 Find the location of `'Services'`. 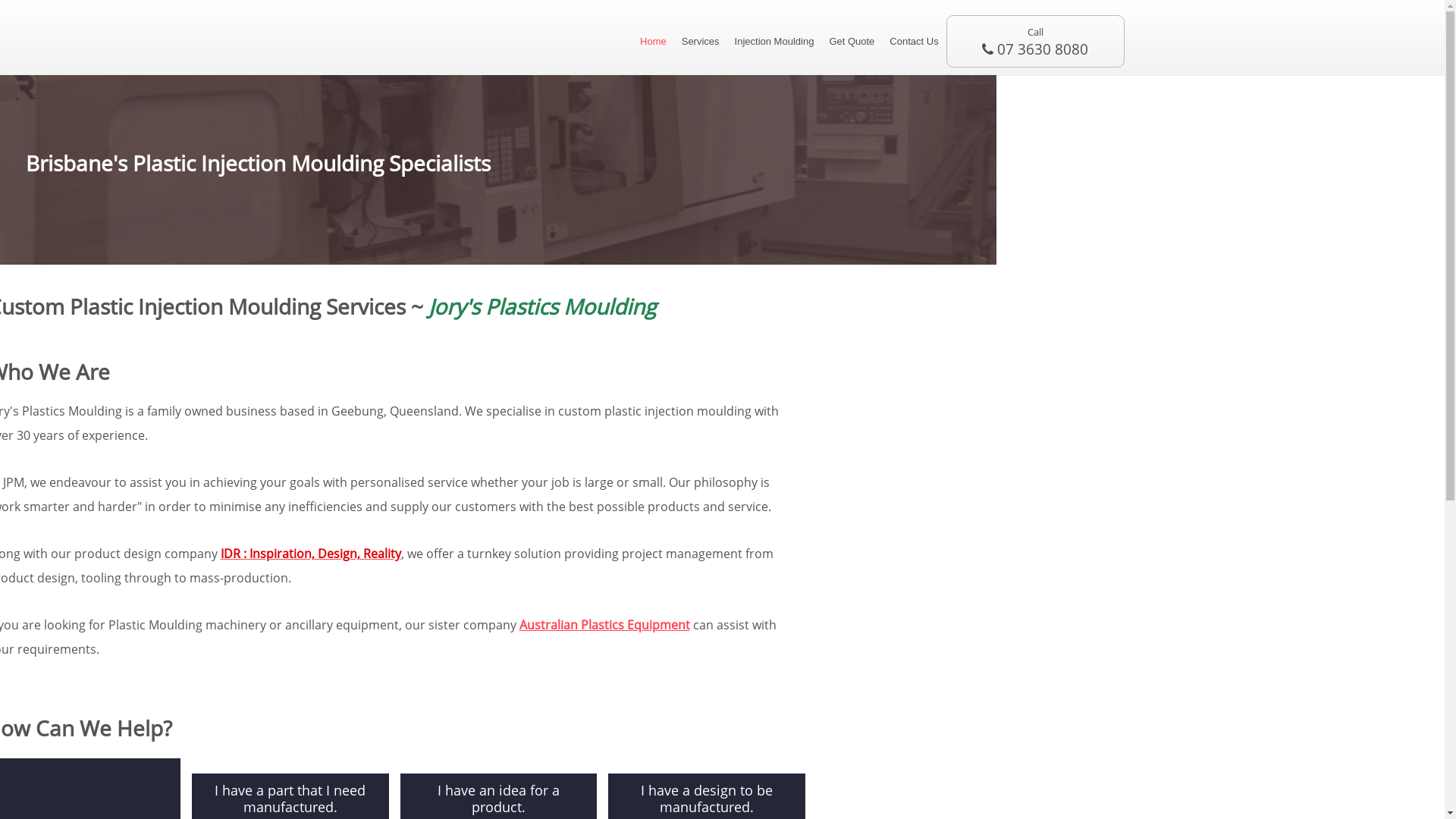

'Services' is located at coordinates (699, 40).